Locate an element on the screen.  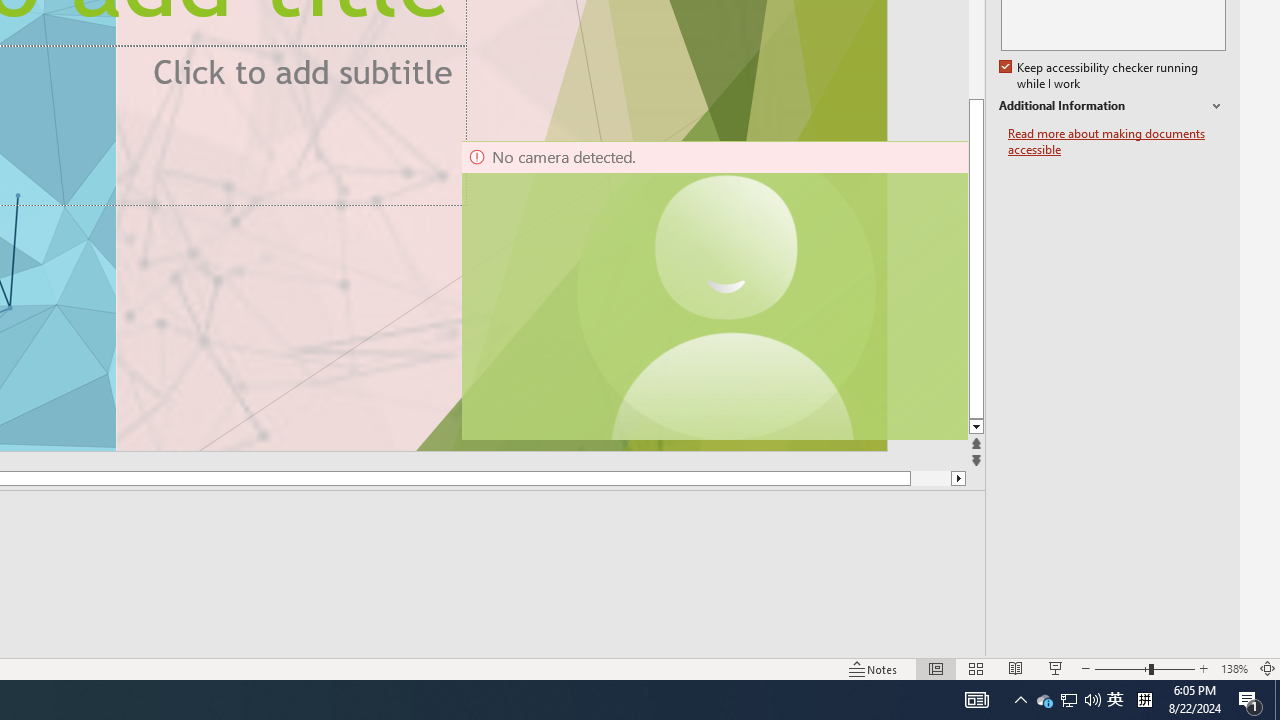
'Zoom In' is located at coordinates (1203, 669).